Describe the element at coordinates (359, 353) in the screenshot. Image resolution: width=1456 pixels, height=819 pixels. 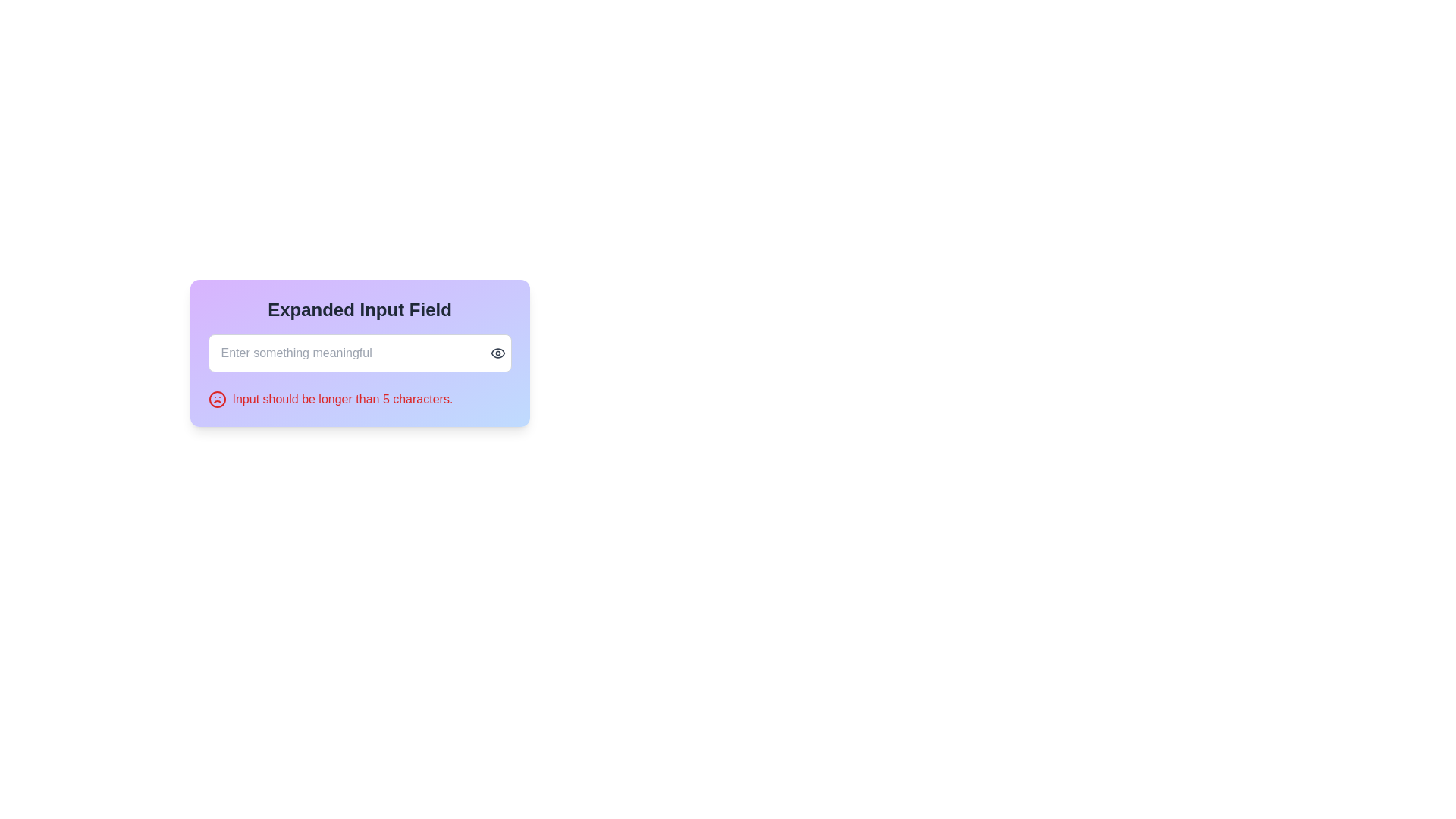
I see `to focus on the password input field located in the middle section of the card under the 'Expanded Input Field' header` at that location.